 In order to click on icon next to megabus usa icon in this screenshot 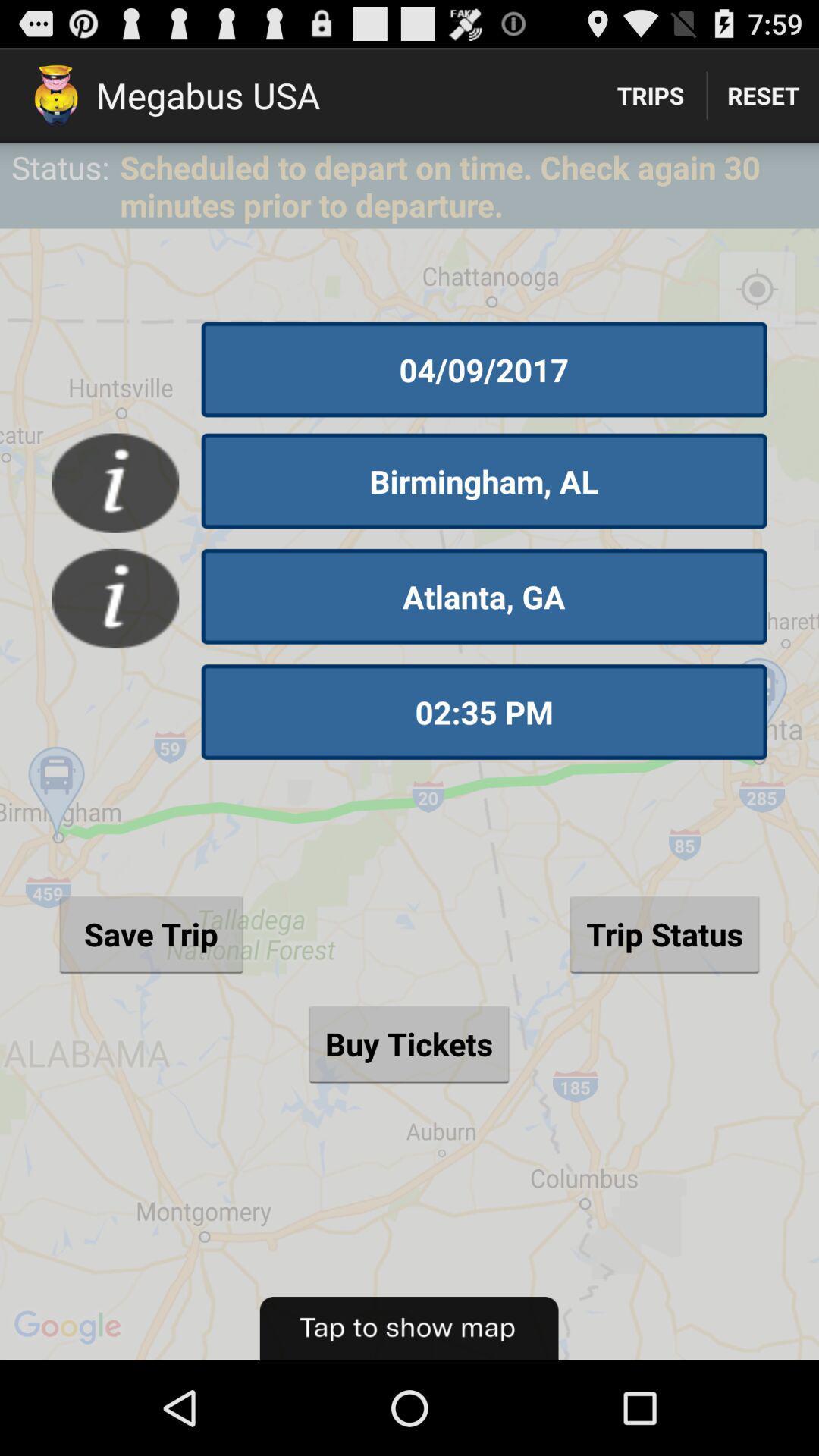, I will do `click(649, 94)`.